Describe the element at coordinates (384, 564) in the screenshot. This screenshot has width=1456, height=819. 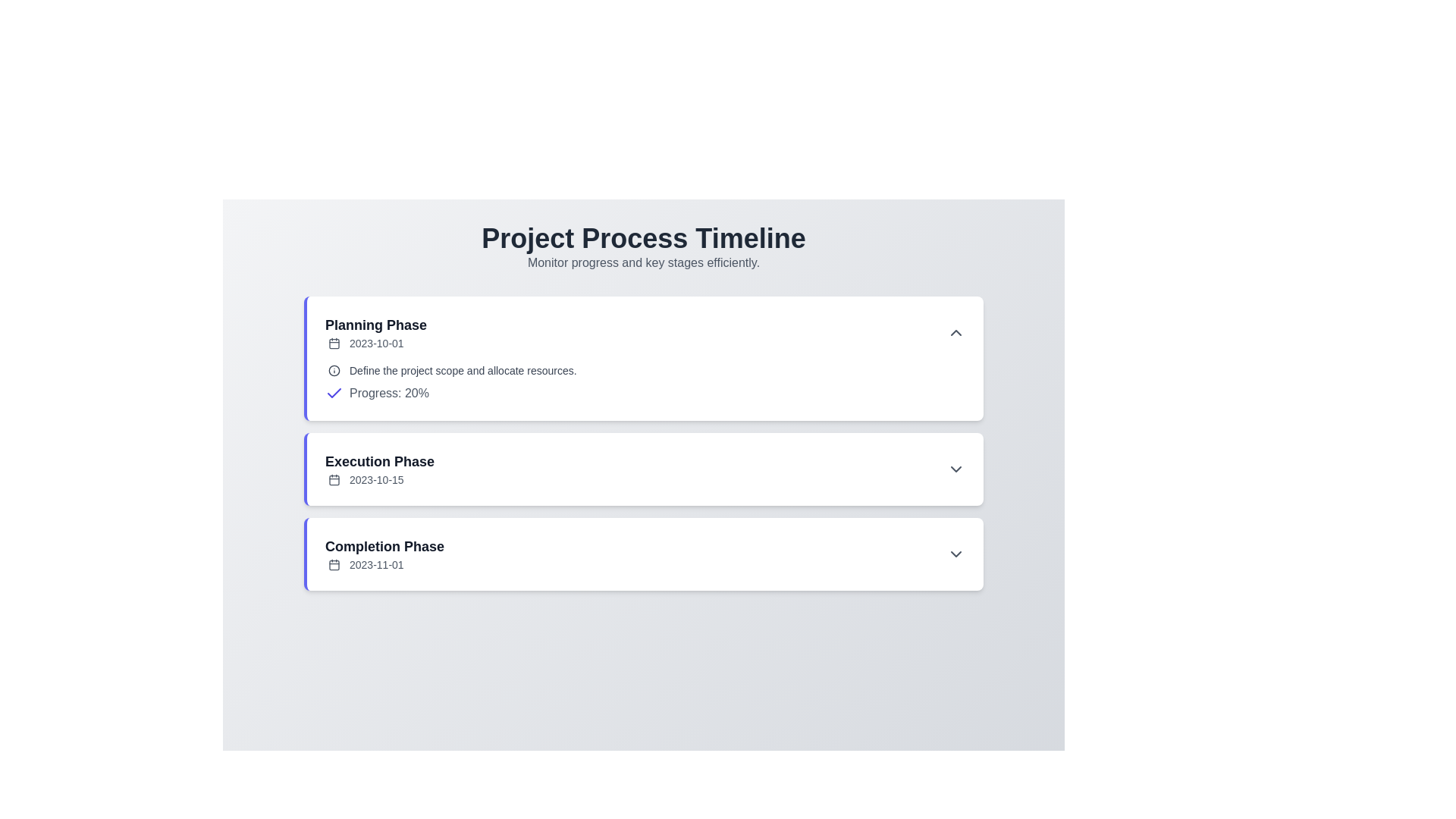
I see `date text displayed in gray font below the 'Completion Phase' title, which is accompanied by a modern calendar icon` at that location.